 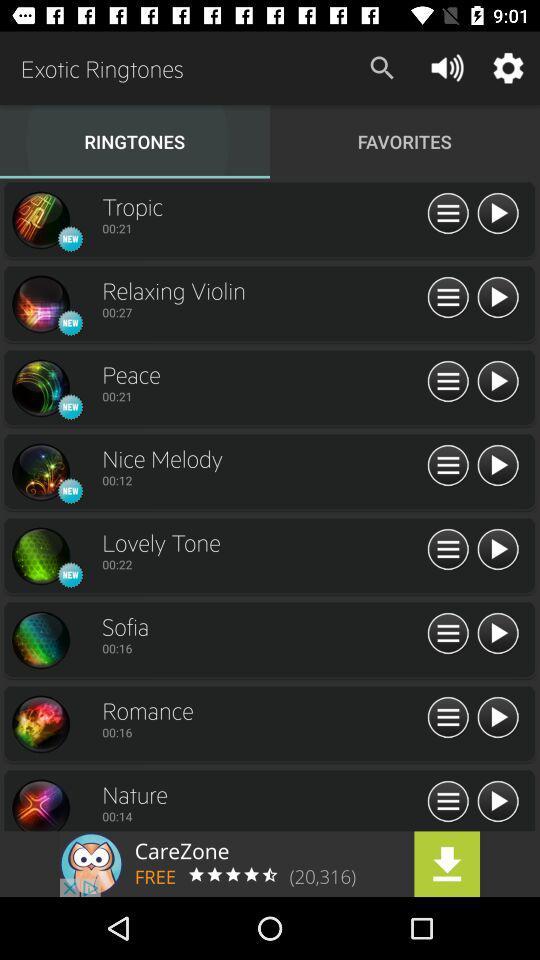 I want to click on playlist, so click(x=448, y=214).